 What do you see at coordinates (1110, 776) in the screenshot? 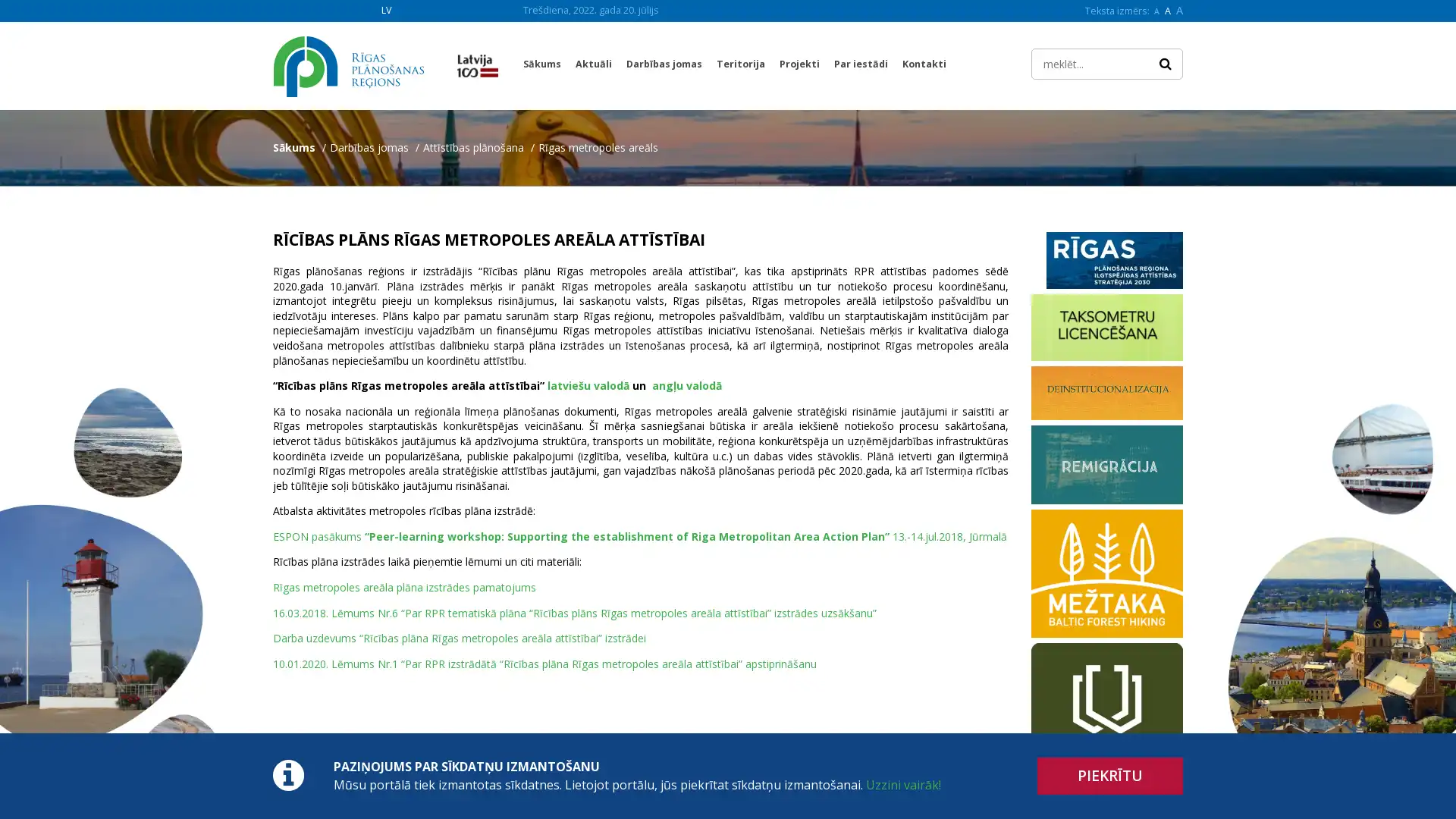
I see `PIEKRITU` at bounding box center [1110, 776].